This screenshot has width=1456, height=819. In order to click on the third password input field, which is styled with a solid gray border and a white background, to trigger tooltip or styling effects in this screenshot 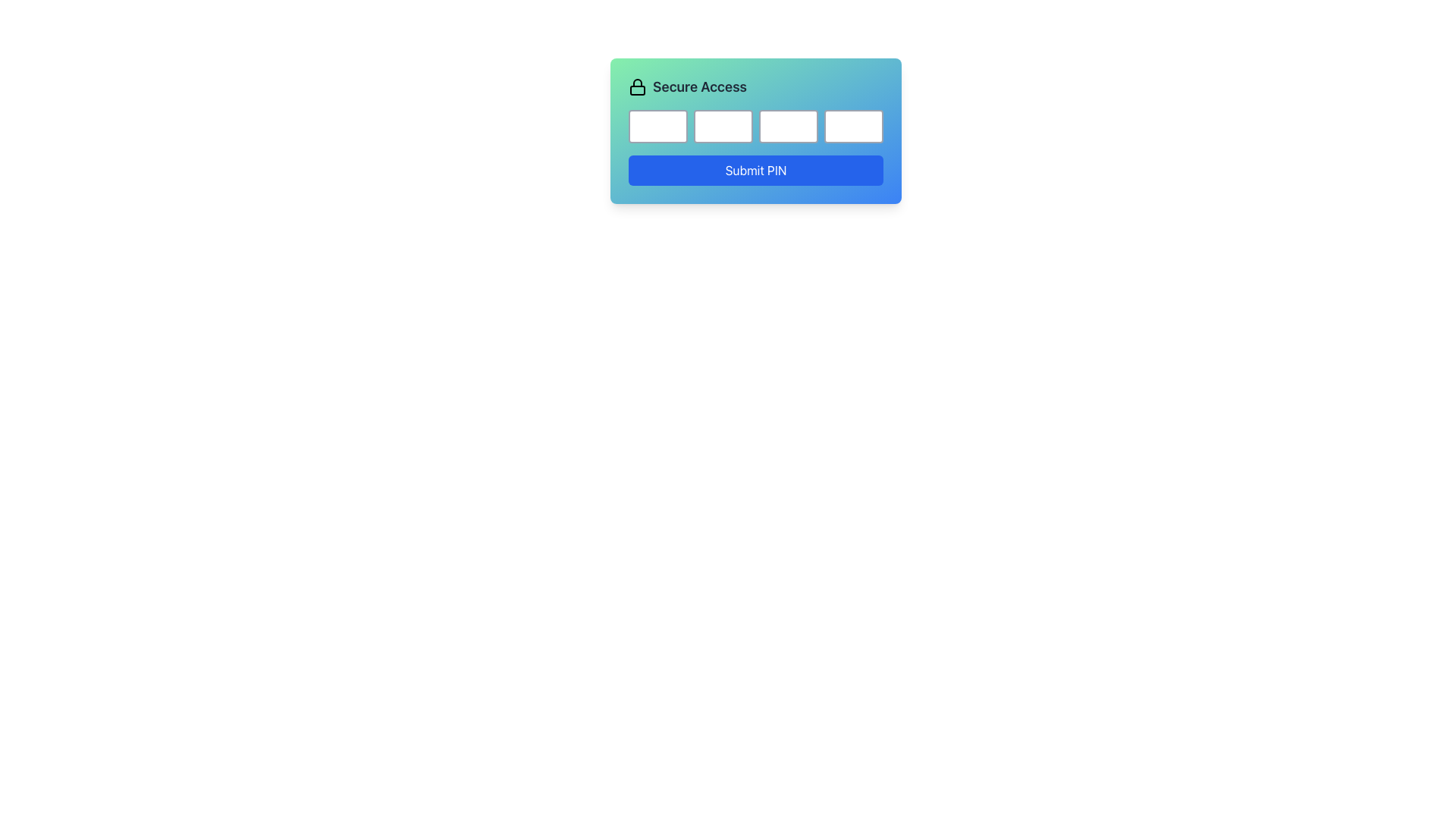, I will do `click(789, 125)`.